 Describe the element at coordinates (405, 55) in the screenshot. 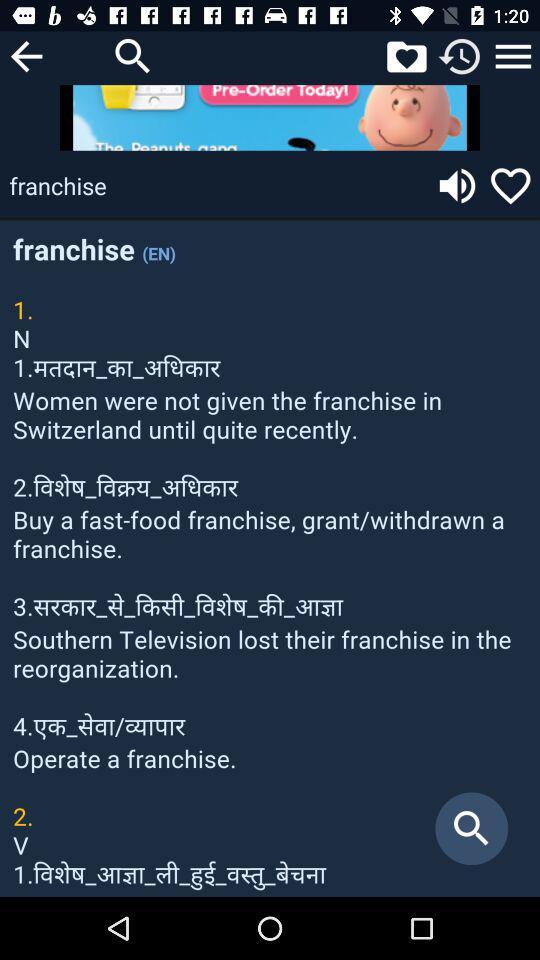

I see `the favorite icon` at that location.